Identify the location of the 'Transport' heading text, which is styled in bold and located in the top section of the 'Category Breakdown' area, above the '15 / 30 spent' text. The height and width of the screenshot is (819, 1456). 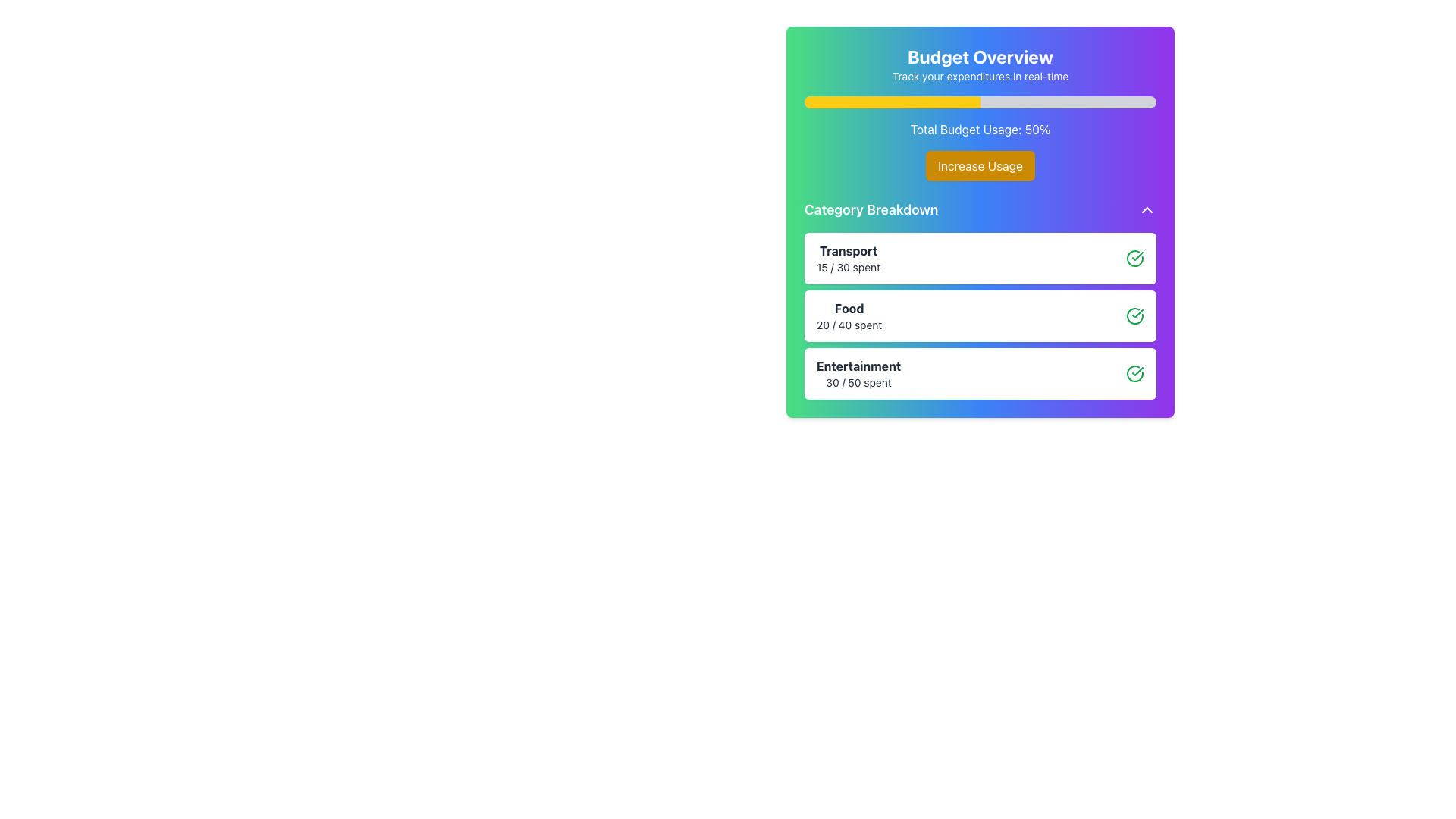
(847, 250).